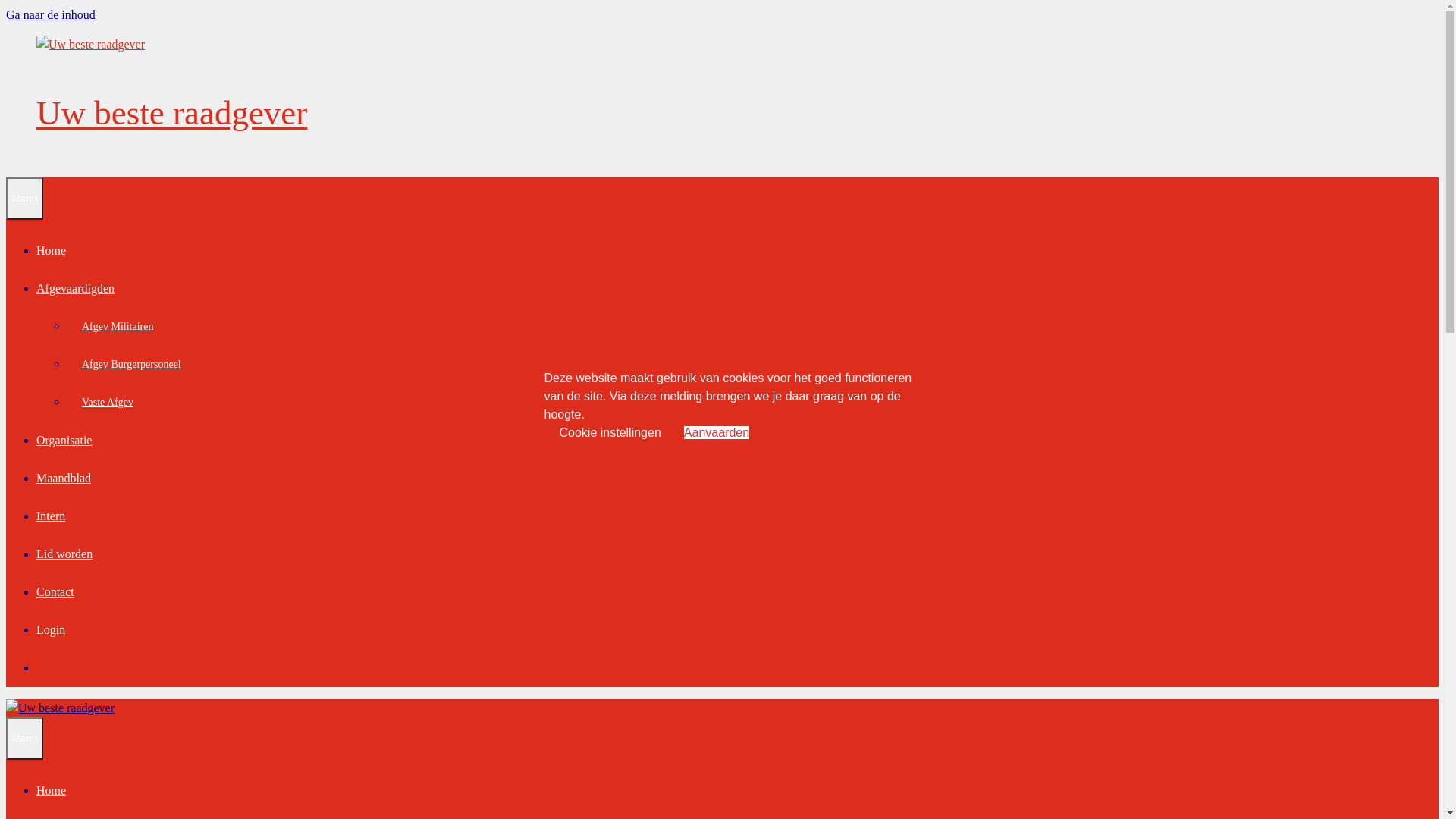 The width and height of the screenshot is (1456, 819). What do you see at coordinates (74, 288) in the screenshot?
I see `'Afgevaardigden'` at bounding box center [74, 288].